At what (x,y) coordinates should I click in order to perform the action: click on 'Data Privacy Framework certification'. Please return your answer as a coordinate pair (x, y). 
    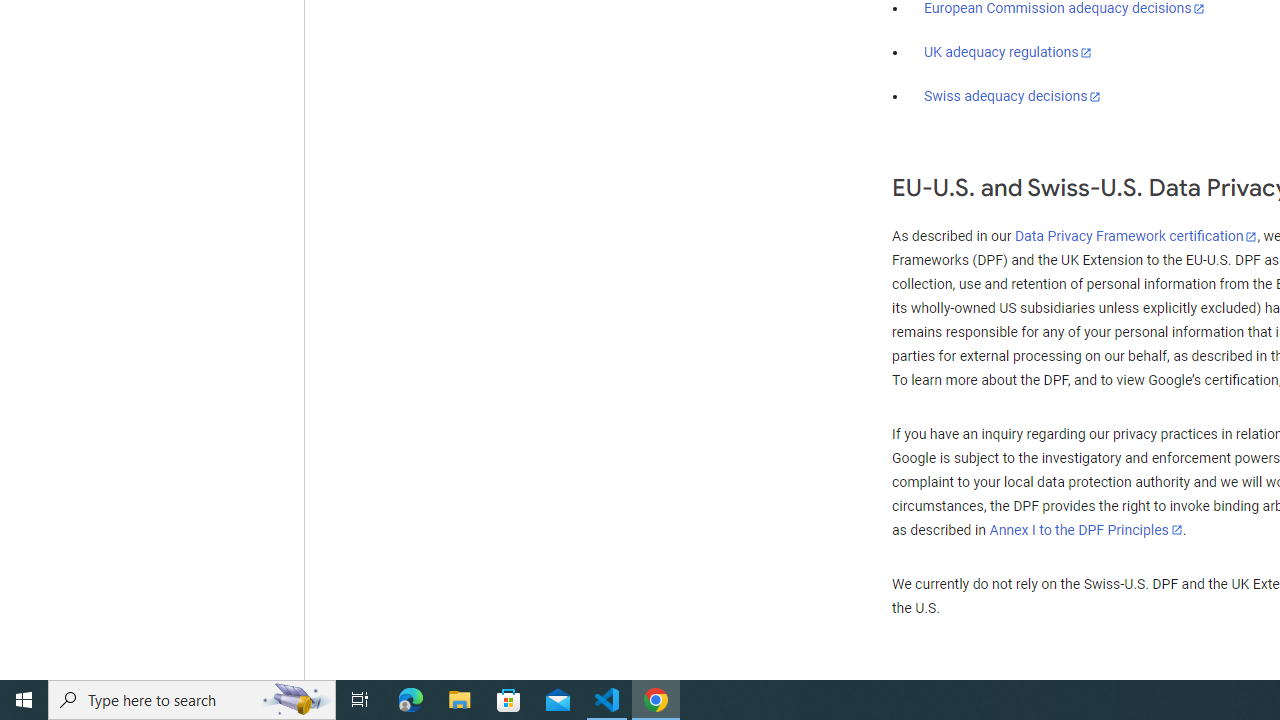
    Looking at the image, I should click on (1136, 236).